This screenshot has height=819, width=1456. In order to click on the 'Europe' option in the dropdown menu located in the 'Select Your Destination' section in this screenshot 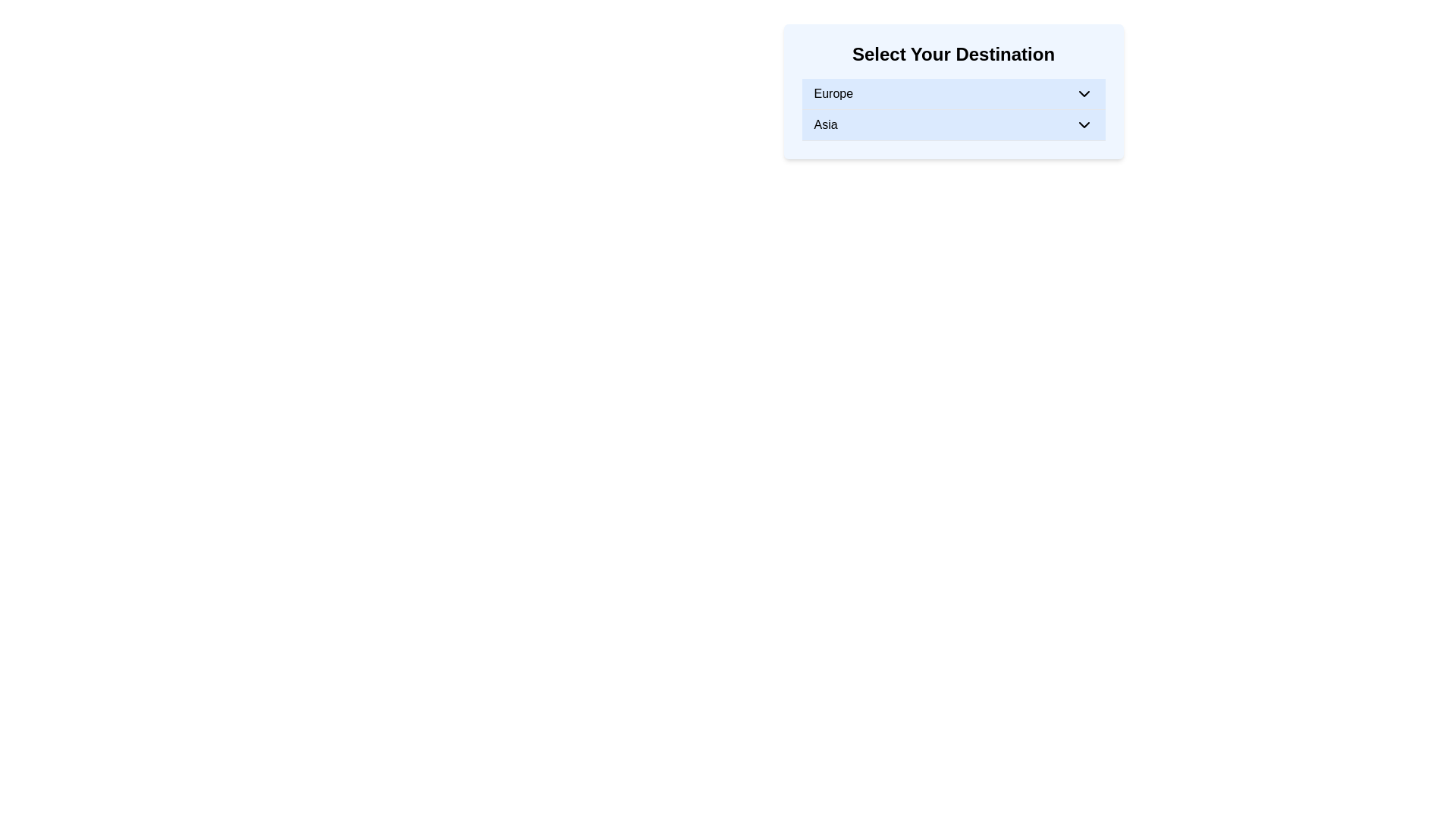, I will do `click(952, 93)`.